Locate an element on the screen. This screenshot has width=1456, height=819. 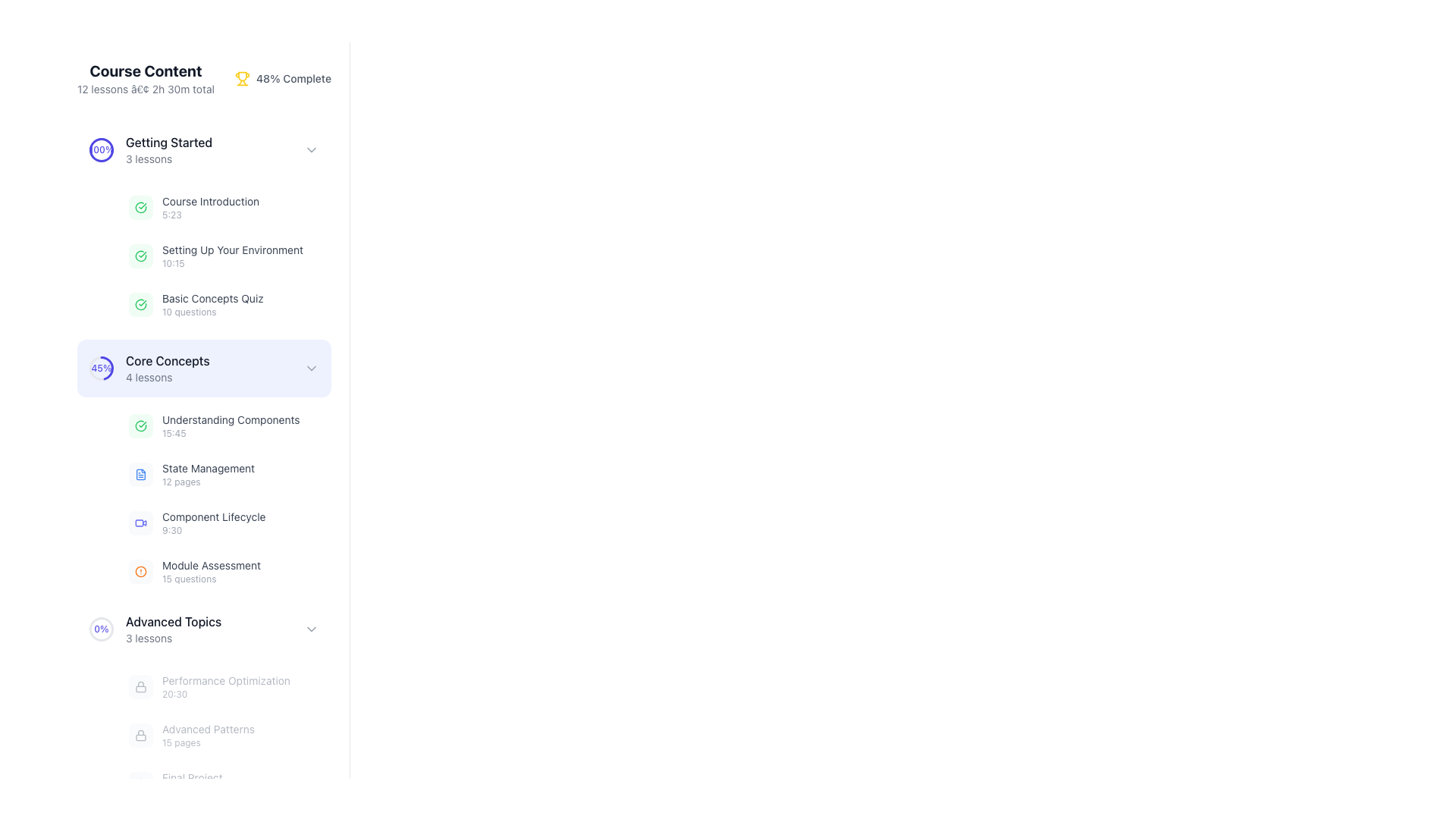
text label displaying '15:45', which is styled with a small font size and light gray color, positioned below 'Understanding Components' in the 'Core Concepts' section is located at coordinates (230, 433).